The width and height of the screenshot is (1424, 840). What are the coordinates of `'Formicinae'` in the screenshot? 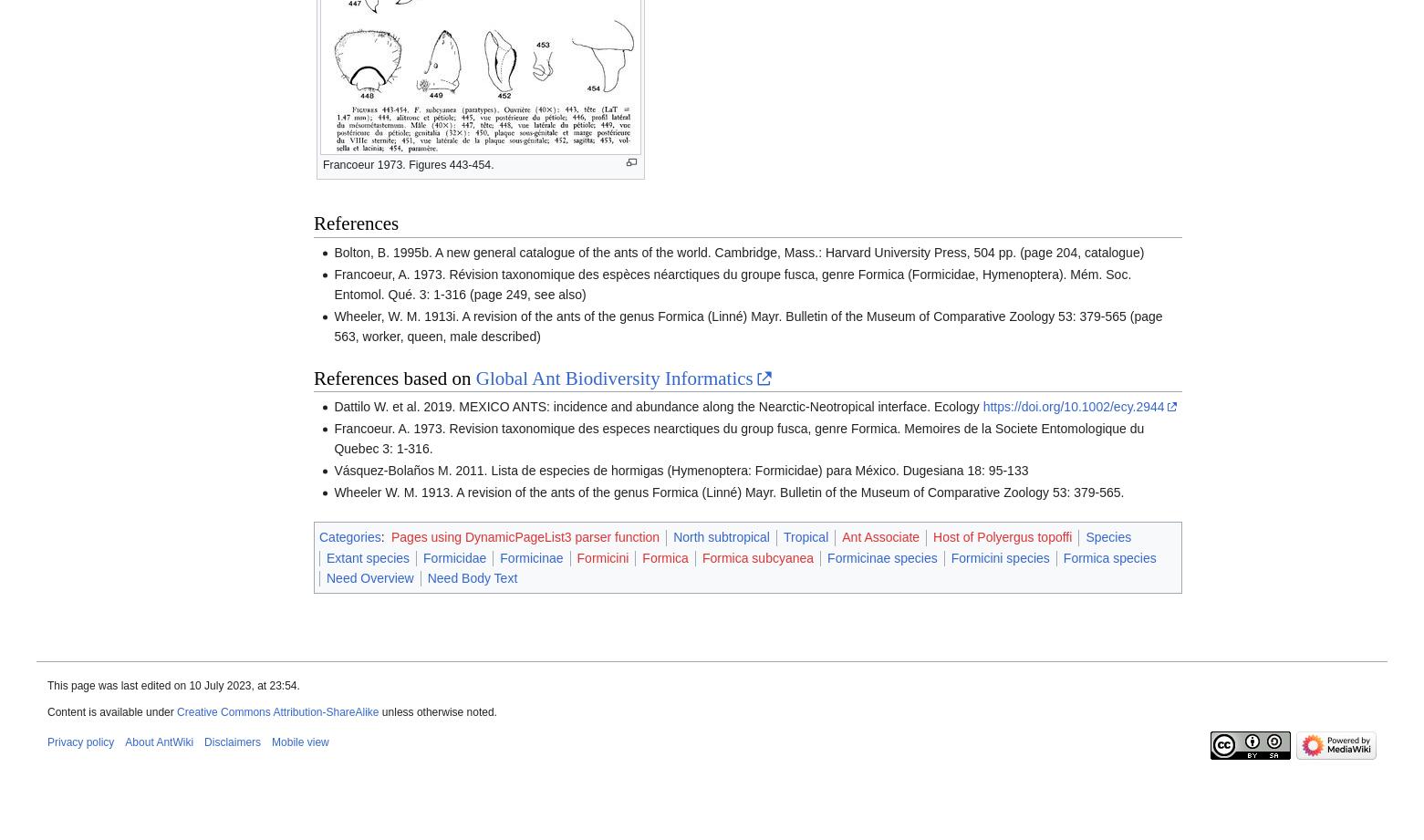 It's located at (500, 555).